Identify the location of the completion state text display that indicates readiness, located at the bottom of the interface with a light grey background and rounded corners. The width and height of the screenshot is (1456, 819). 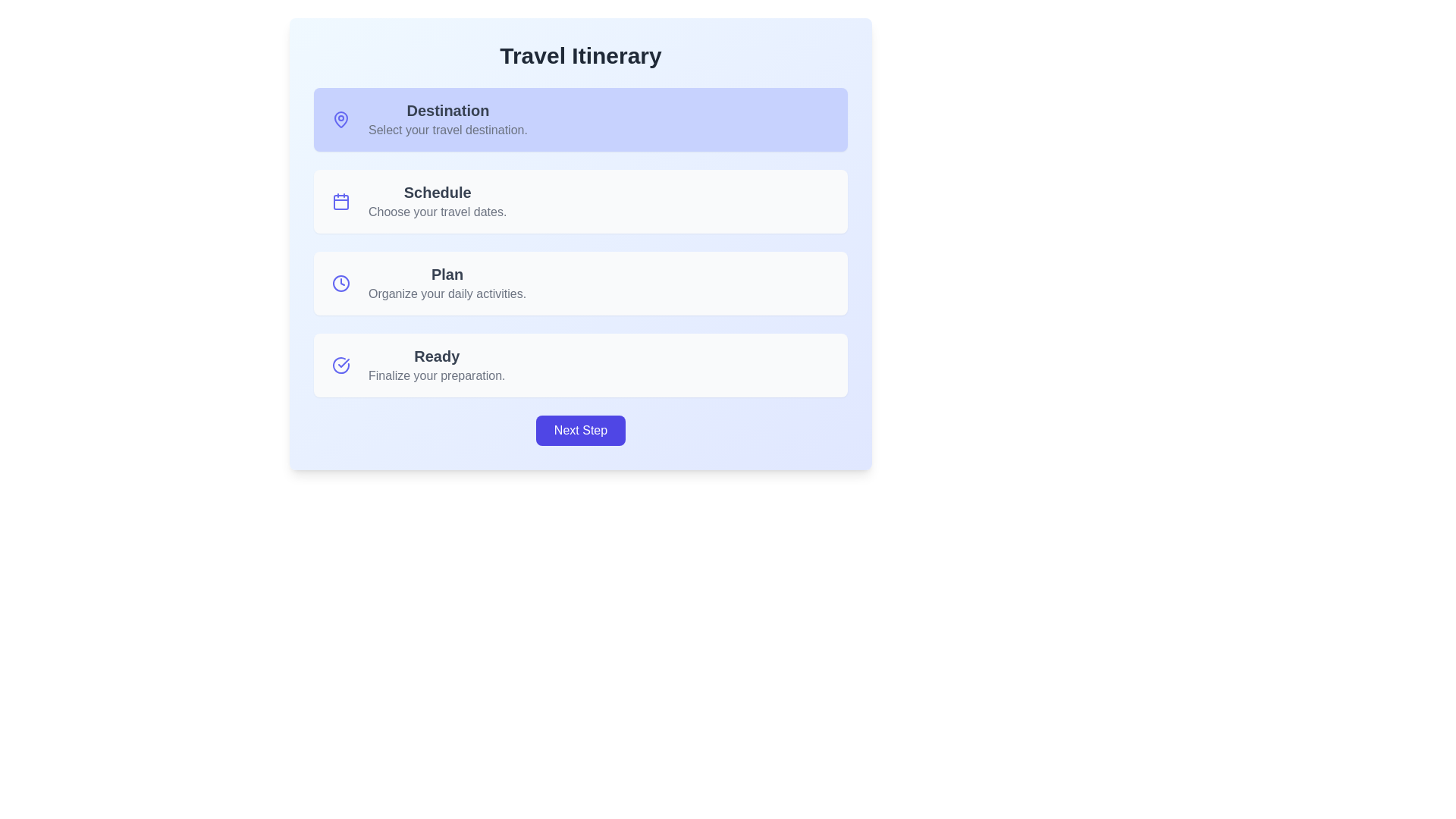
(436, 366).